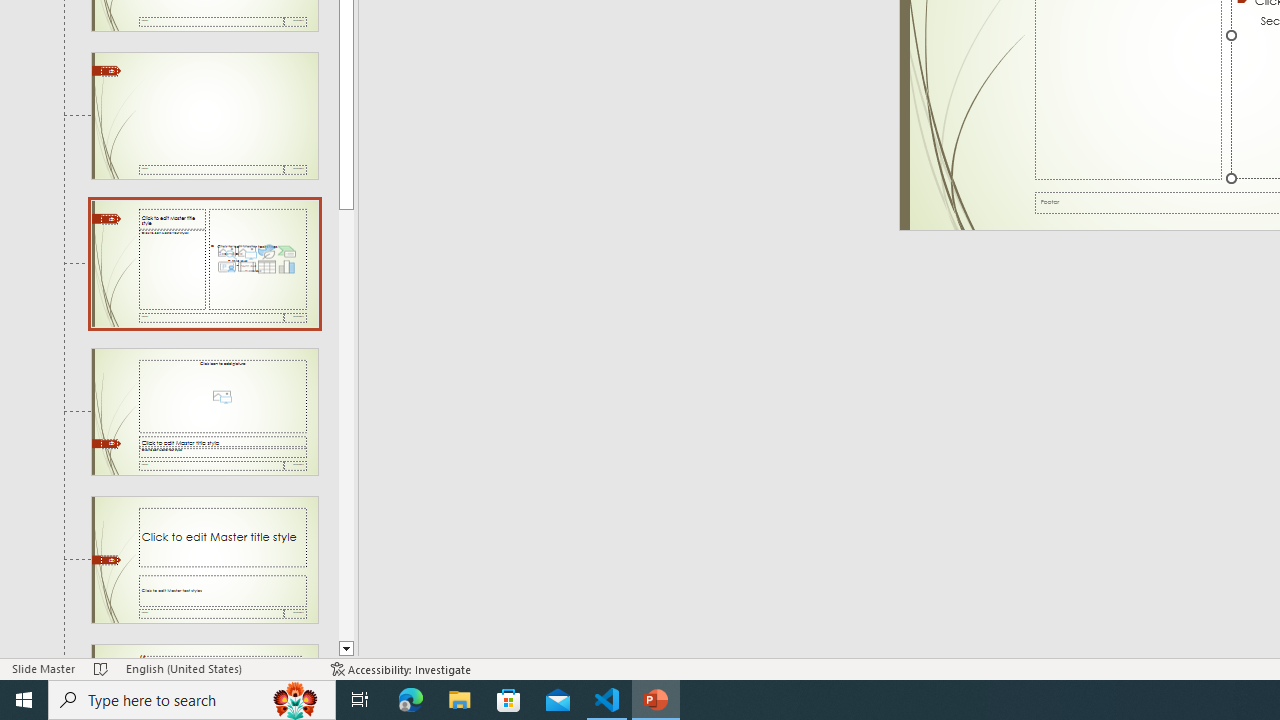  What do you see at coordinates (204, 411) in the screenshot?
I see `'Slide Picture with Caption Layout: used by no slides'` at bounding box center [204, 411].